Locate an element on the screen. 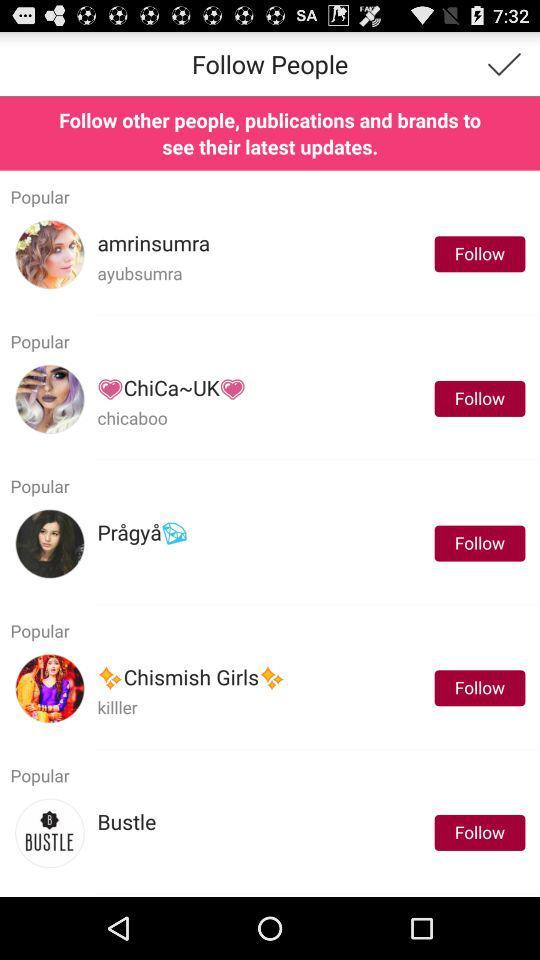  icon below the popular item is located at coordinates (191, 678).